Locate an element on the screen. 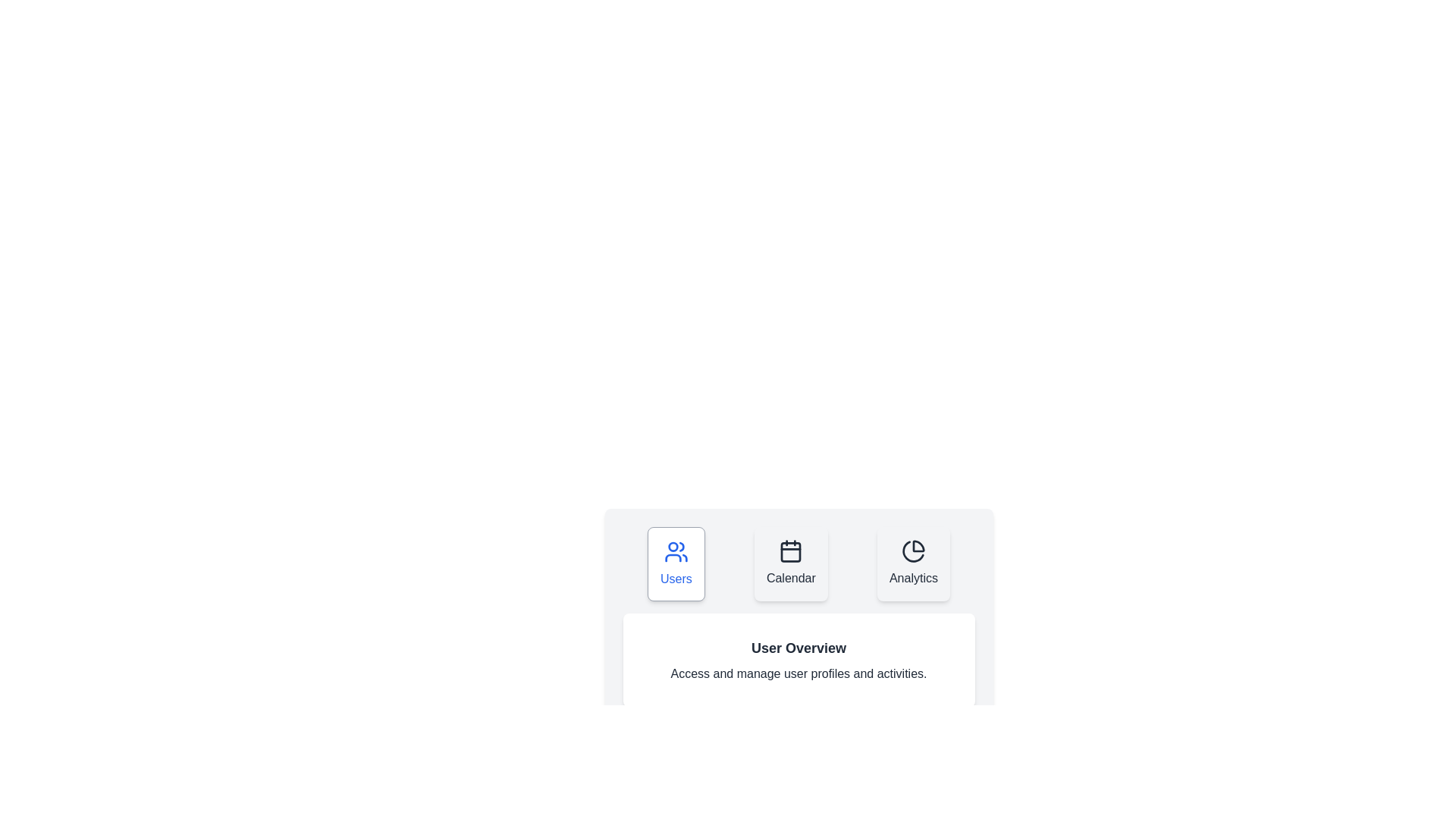 The height and width of the screenshot is (819, 1456). the 'Users' button, which is a clickable rectangular card with a white background, rounded corners, and a thin gray border, containing an icon of a group of people and the text 'Users' in blue is located at coordinates (675, 564).